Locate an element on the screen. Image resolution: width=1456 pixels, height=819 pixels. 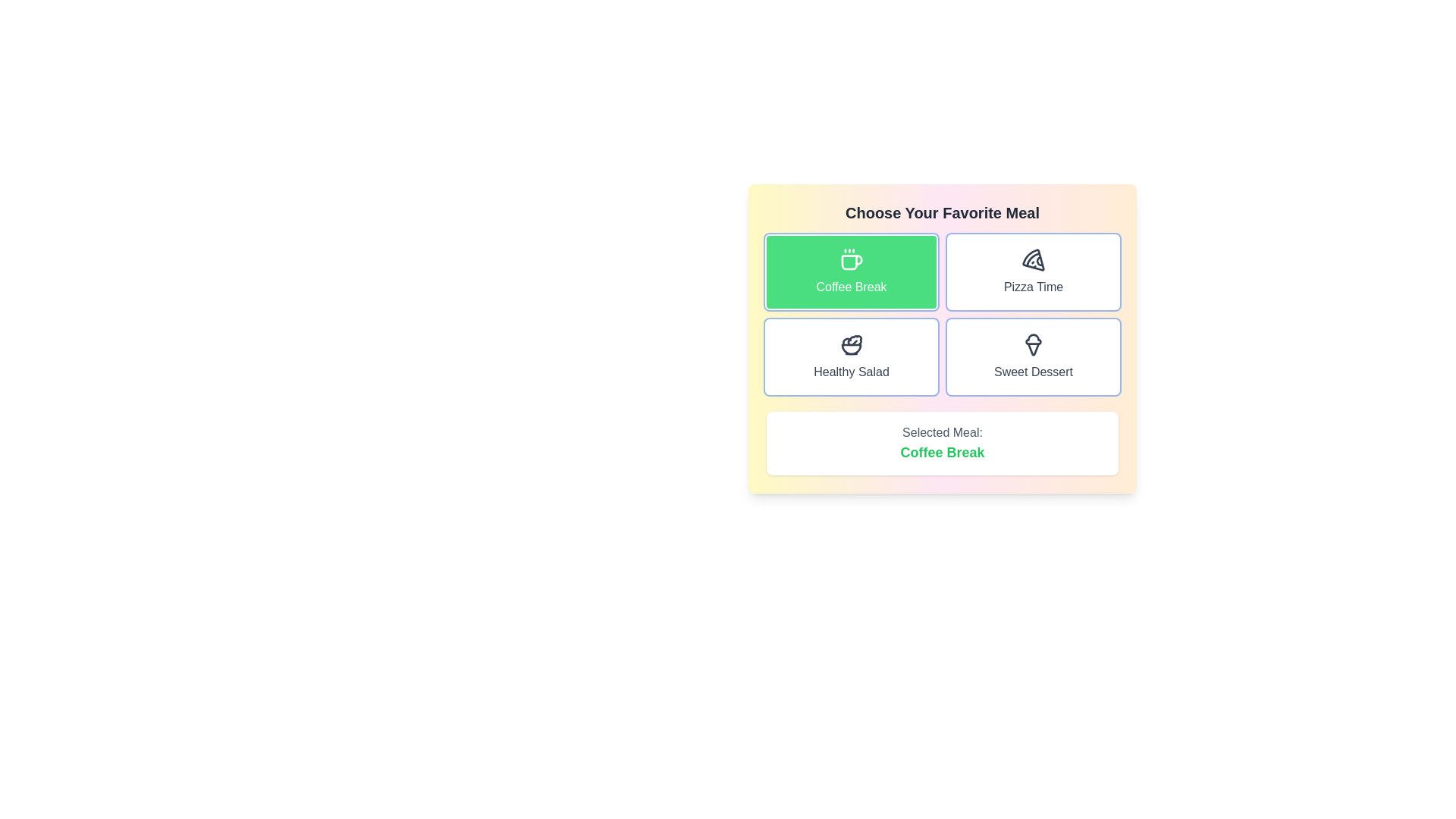
the button corresponding to the meal Pizza Time to select it is located at coordinates (1033, 271).